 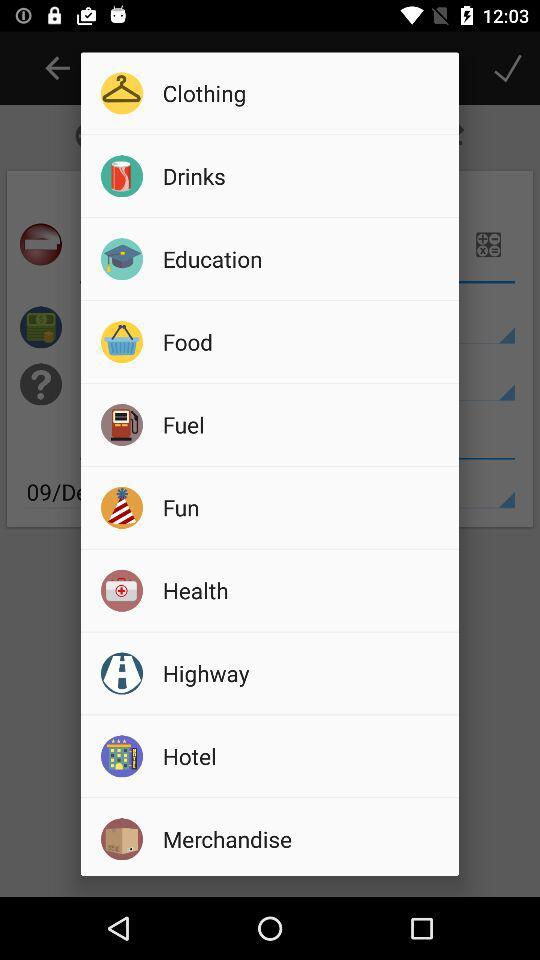 I want to click on the education icon, so click(x=303, y=257).